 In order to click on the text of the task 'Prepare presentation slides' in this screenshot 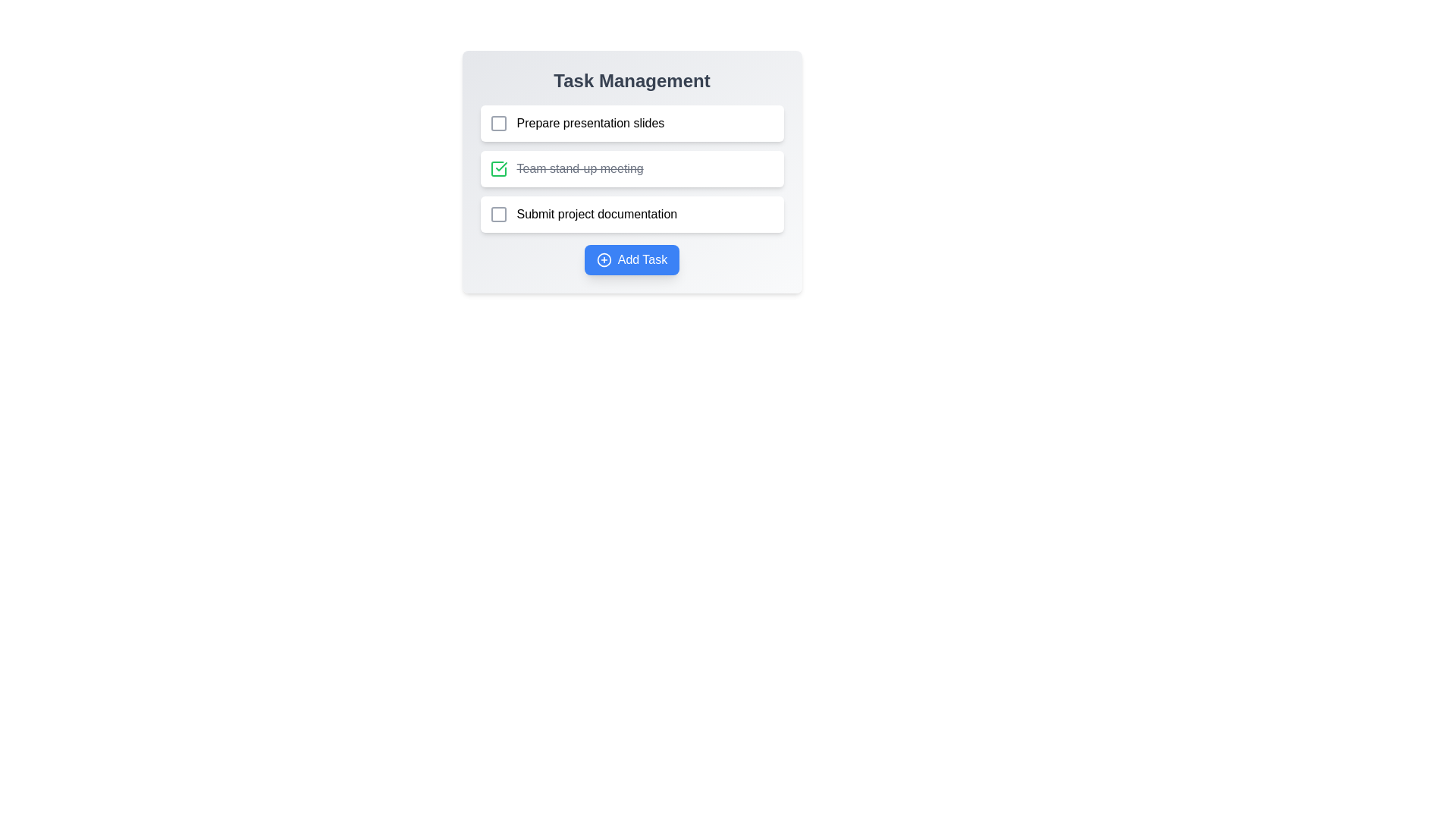, I will do `click(589, 122)`.